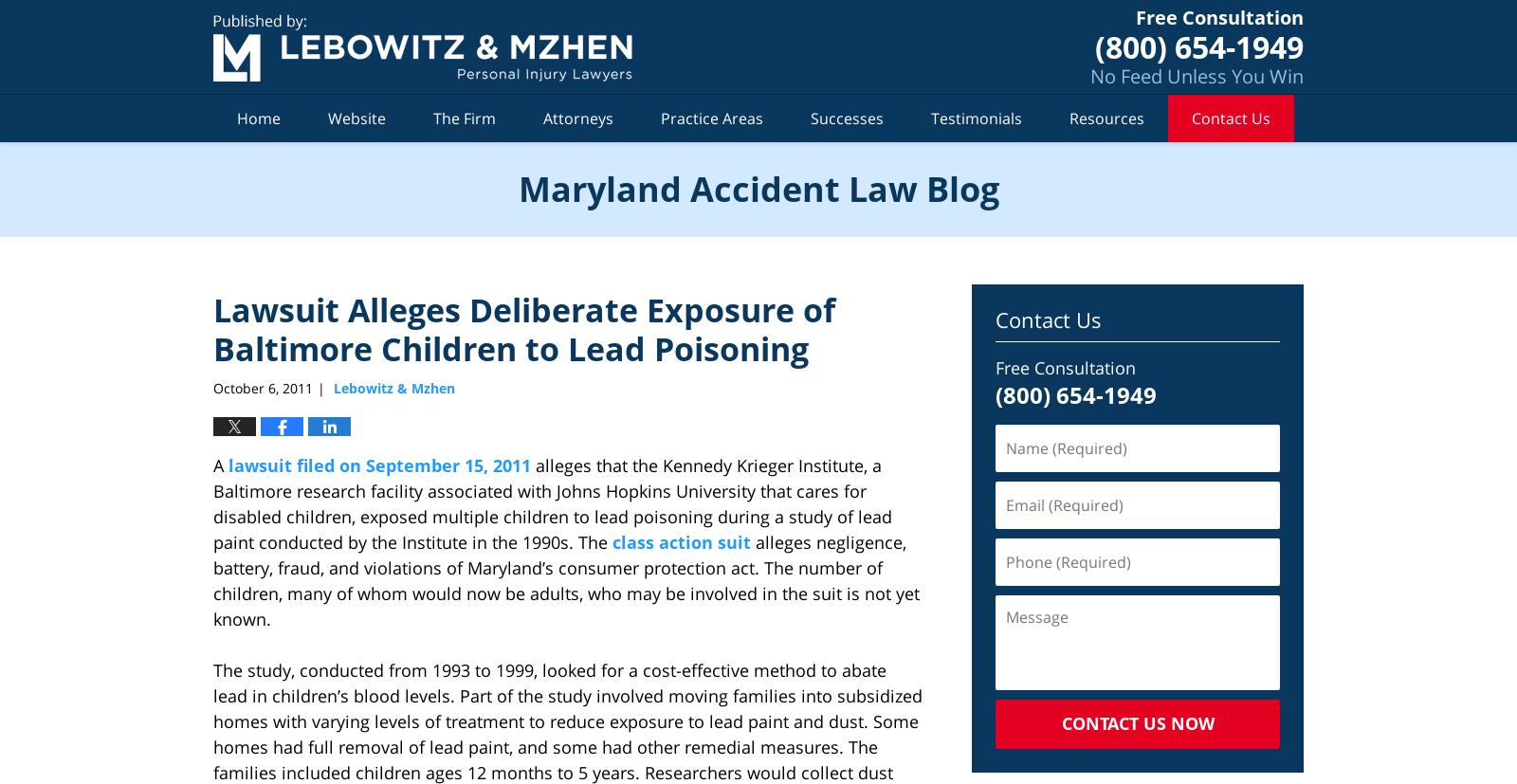 The width and height of the screenshot is (1517, 784). What do you see at coordinates (464, 117) in the screenshot?
I see `'The Firm'` at bounding box center [464, 117].